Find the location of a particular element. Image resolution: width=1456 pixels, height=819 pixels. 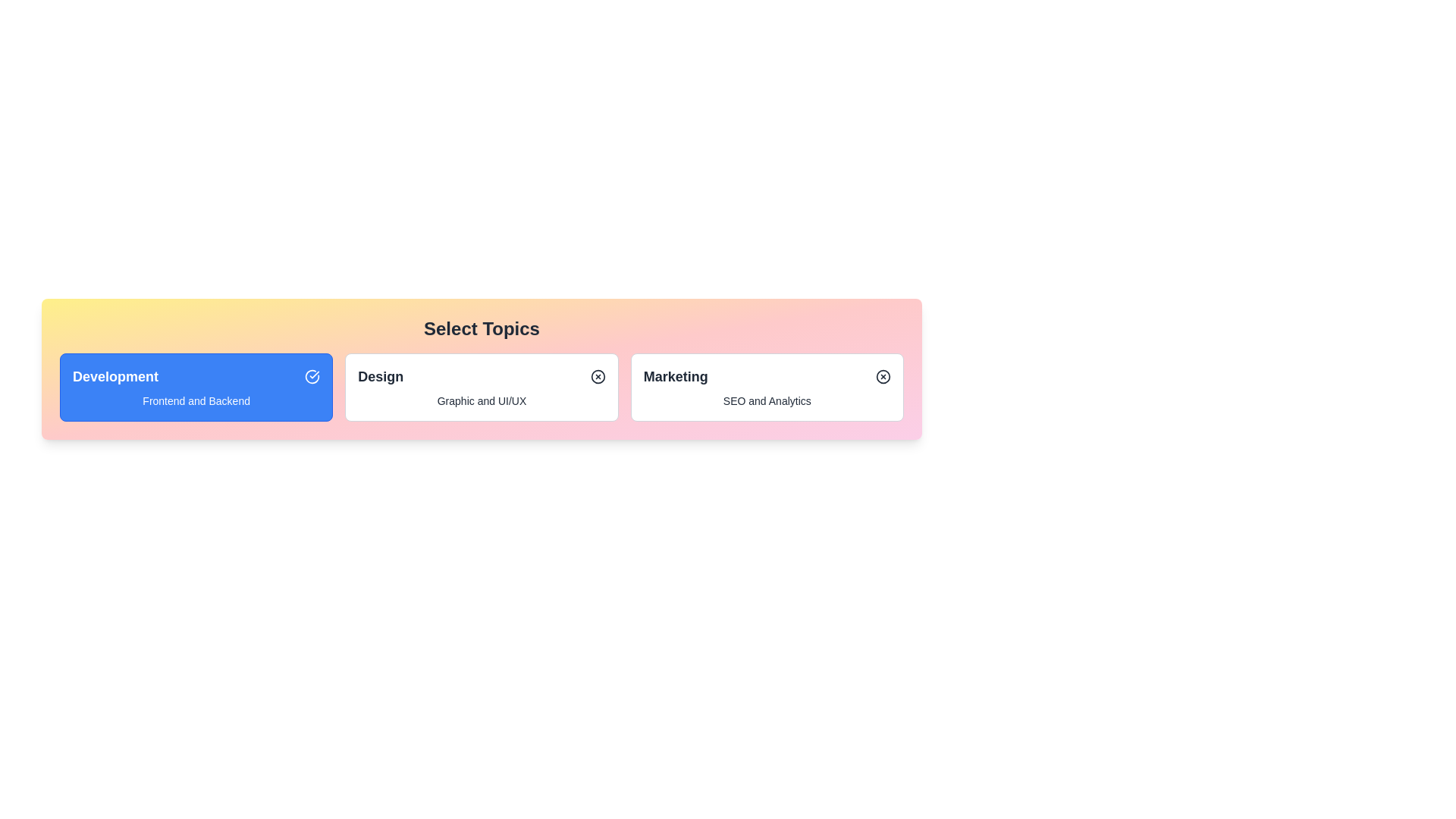

the chip labeled Development to observe its hover effects is located at coordinates (196, 386).